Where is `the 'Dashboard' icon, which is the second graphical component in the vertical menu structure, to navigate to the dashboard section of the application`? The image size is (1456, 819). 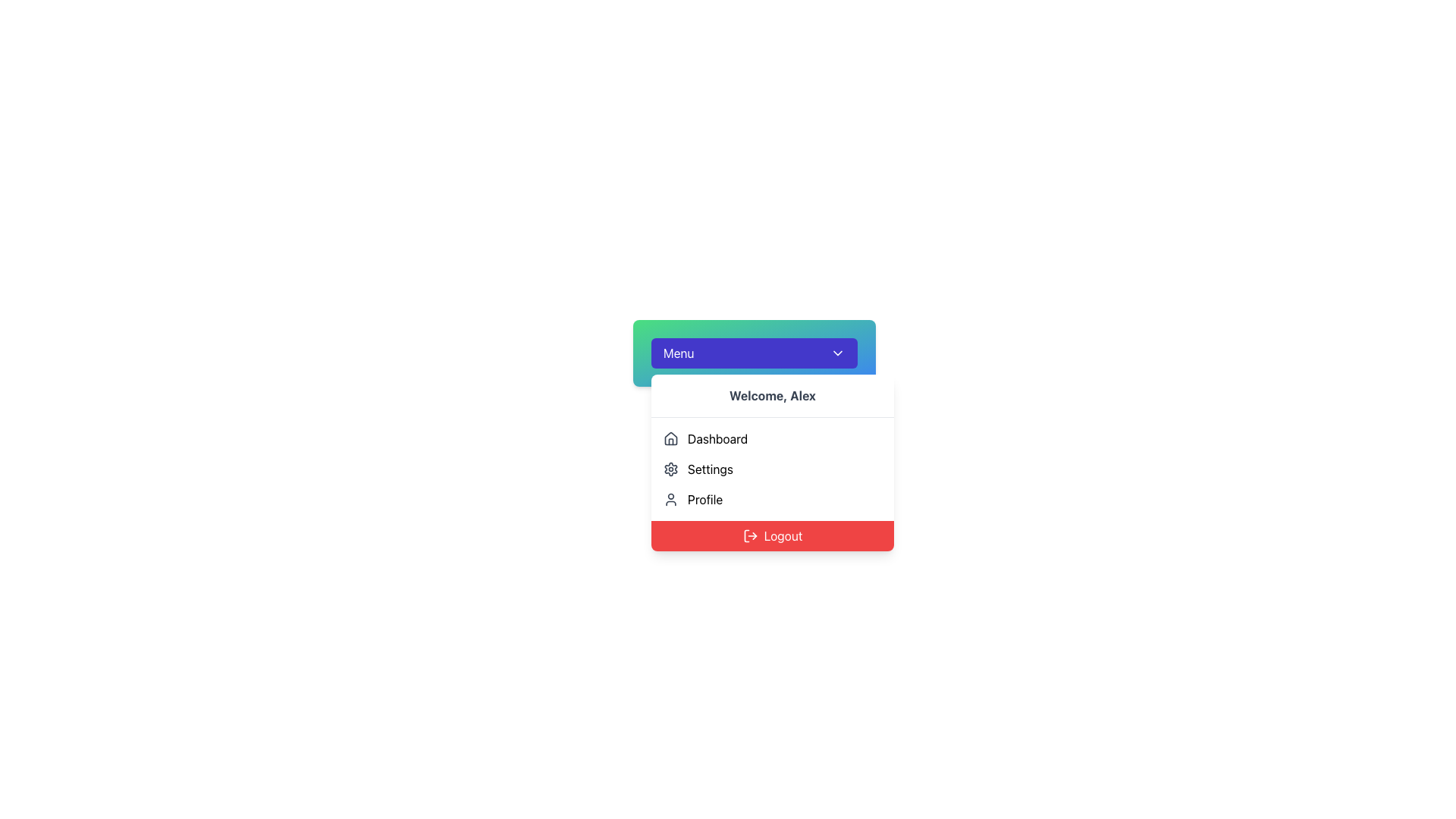
the 'Dashboard' icon, which is the second graphical component in the vertical menu structure, to navigate to the dashboard section of the application is located at coordinates (670, 438).